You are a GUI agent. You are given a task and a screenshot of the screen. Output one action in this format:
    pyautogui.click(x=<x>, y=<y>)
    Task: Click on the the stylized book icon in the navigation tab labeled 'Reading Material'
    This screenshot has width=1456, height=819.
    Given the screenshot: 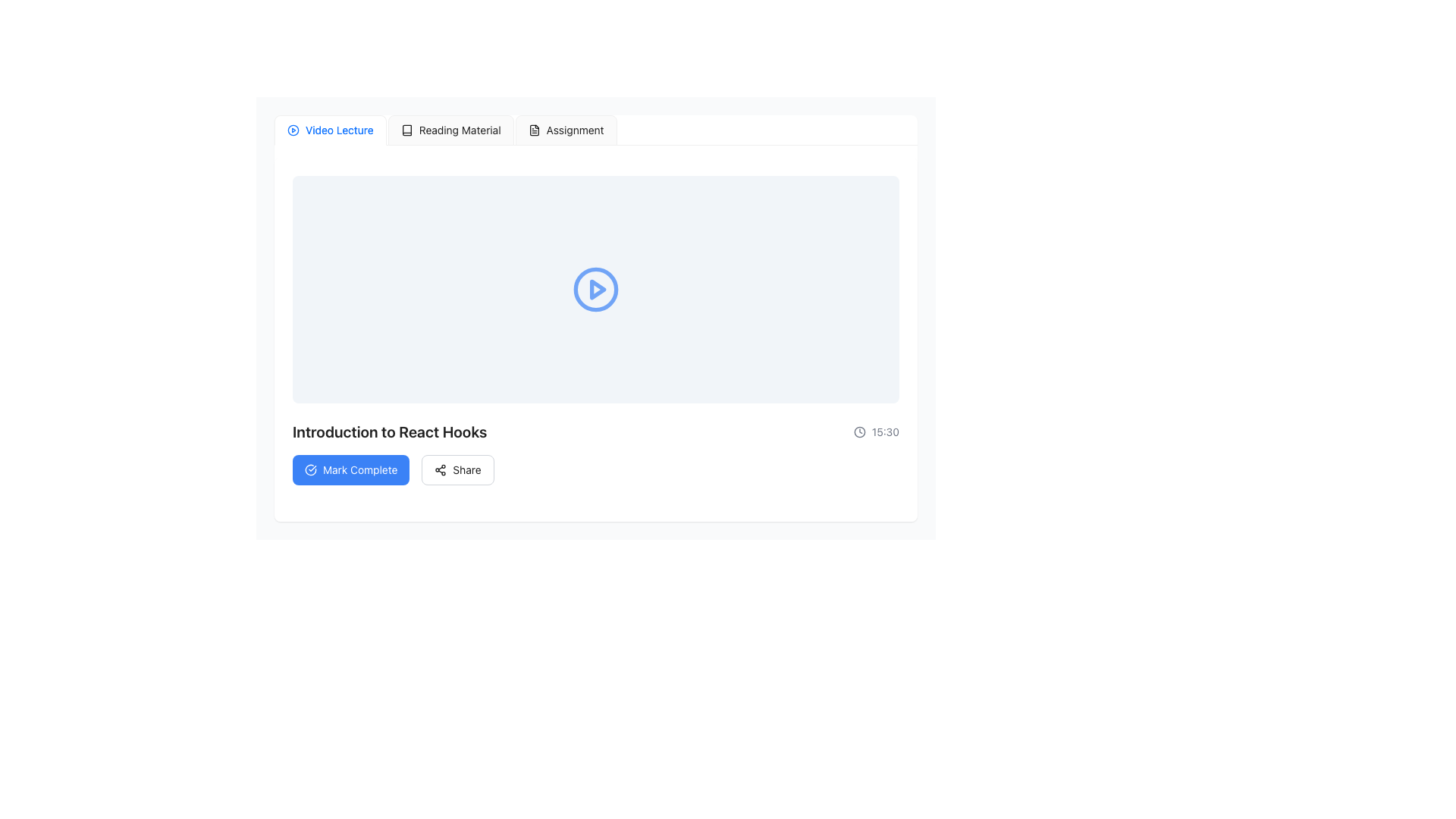 What is the action you would take?
    pyautogui.click(x=406, y=130)
    